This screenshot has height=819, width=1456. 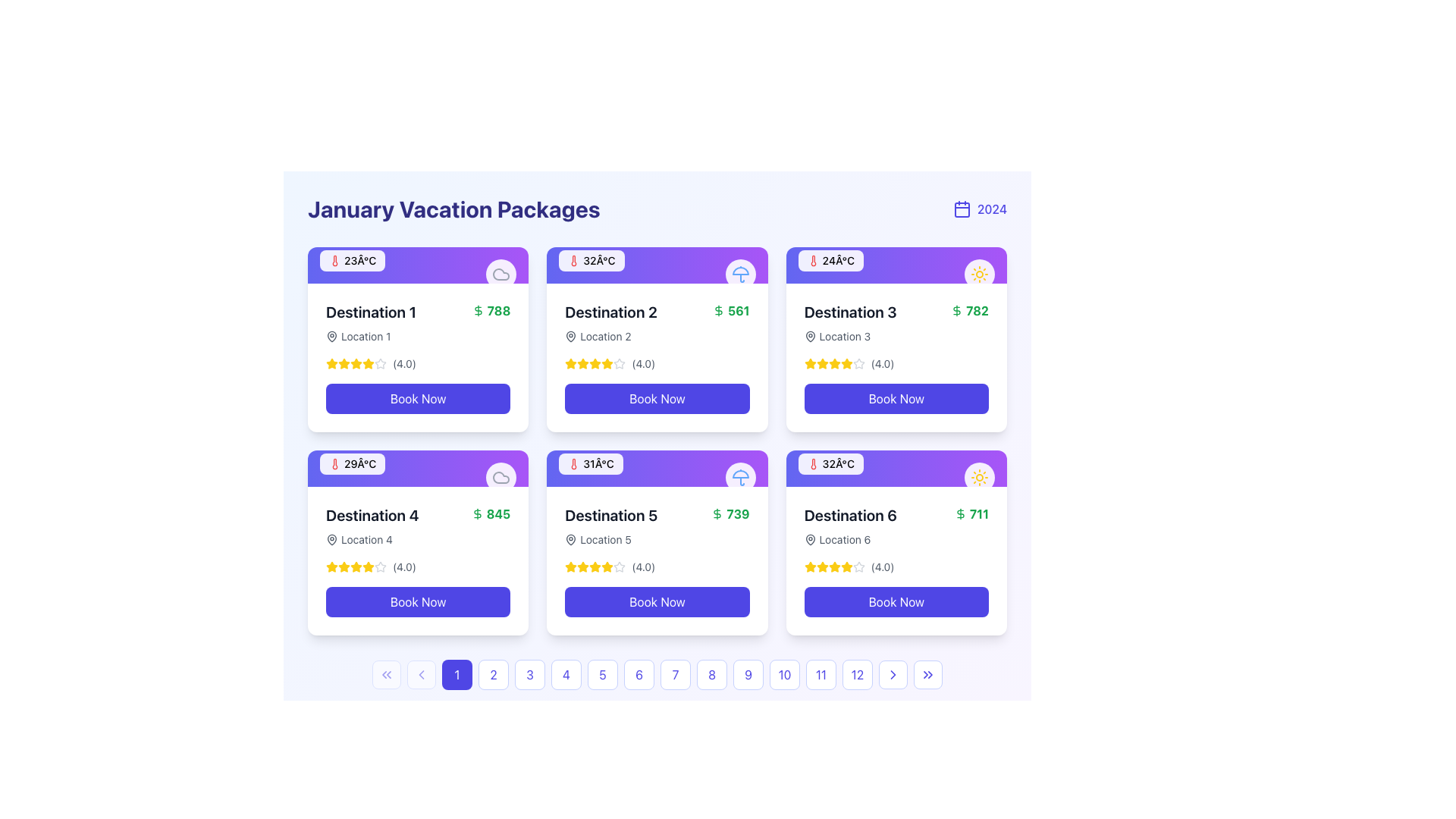 What do you see at coordinates (657, 357) in the screenshot?
I see `the descriptive details of the vacation destination in the Information Panel located in the second card of the vacation packages grid, which is positioned below the purple header displaying the temperature` at bounding box center [657, 357].